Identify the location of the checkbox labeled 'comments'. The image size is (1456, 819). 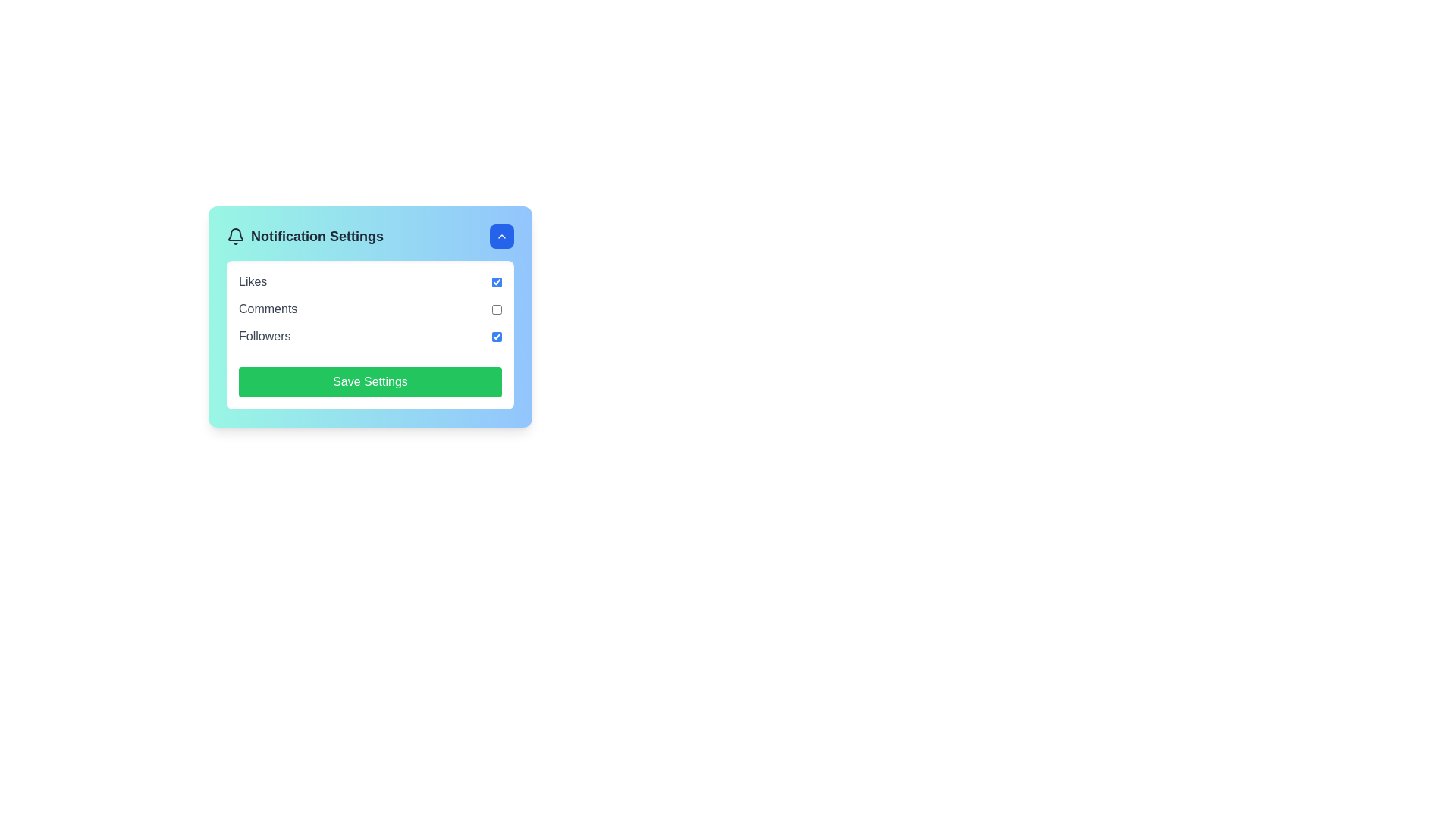
(370, 309).